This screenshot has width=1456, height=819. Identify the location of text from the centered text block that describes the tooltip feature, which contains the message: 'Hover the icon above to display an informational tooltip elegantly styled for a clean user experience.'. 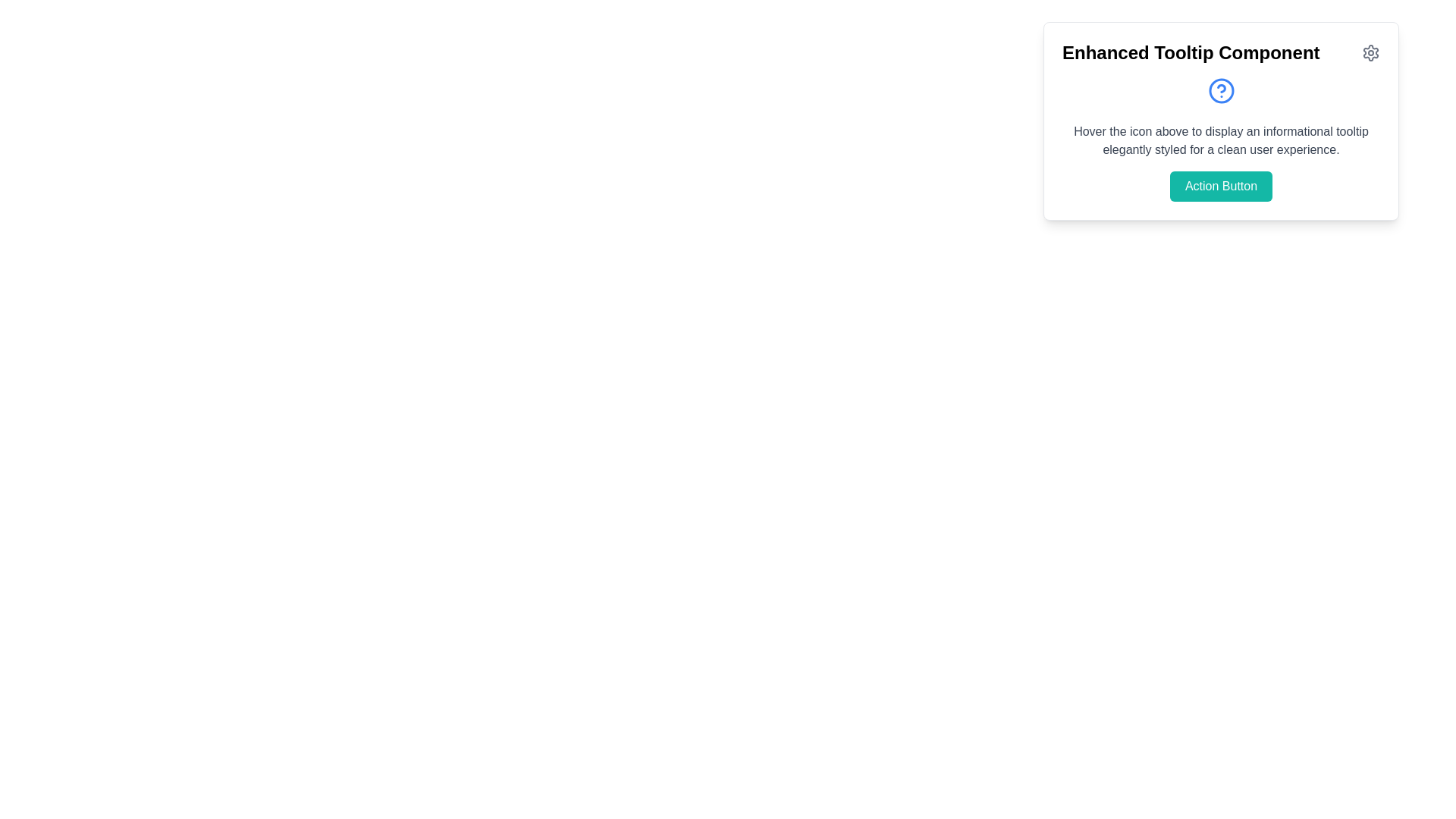
(1221, 140).